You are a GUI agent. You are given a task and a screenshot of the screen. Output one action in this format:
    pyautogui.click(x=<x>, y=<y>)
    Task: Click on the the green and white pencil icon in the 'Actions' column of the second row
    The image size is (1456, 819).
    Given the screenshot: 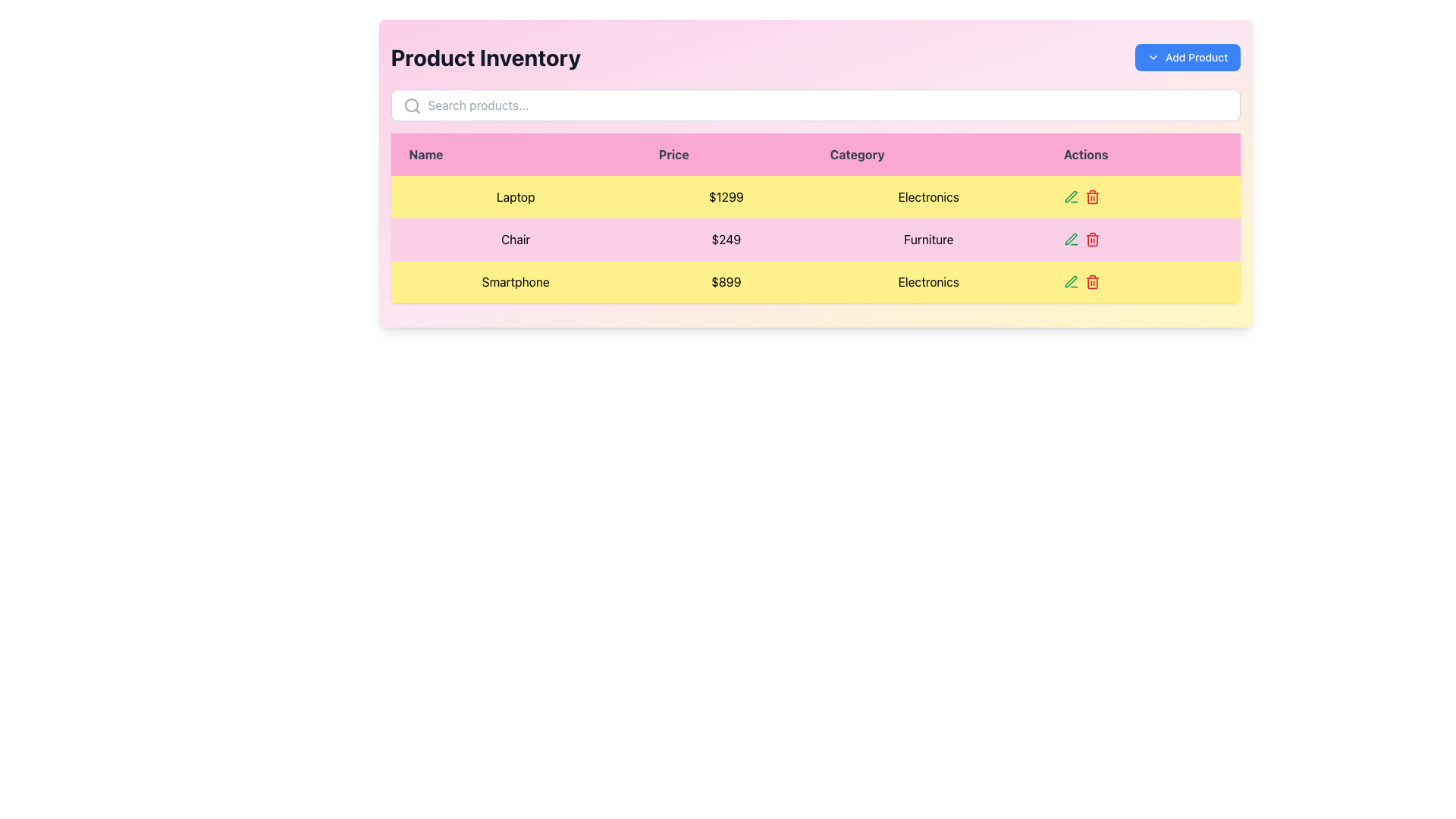 What is the action you would take?
    pyautogui.click(x=1070, y=281)
    